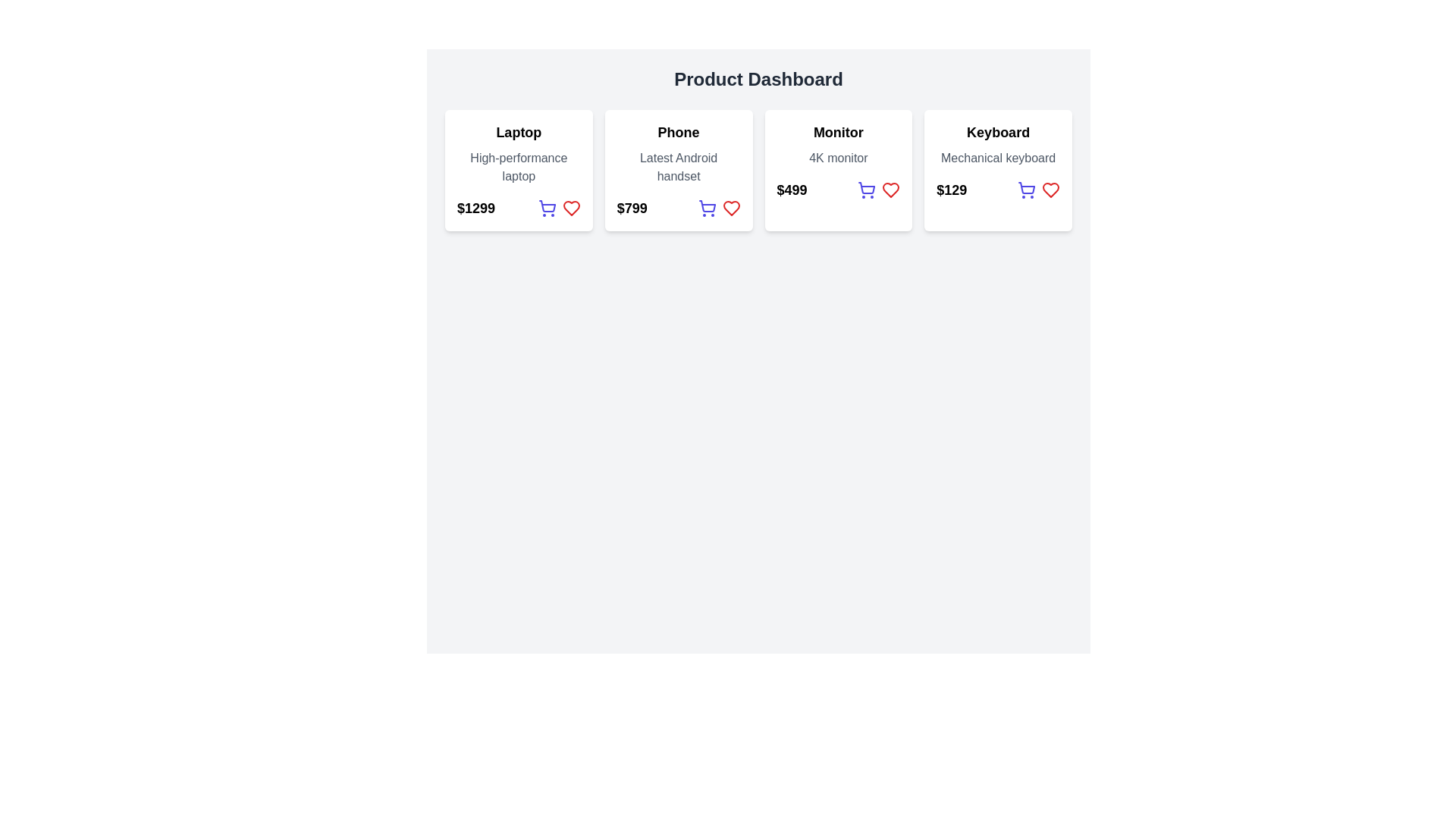 This screenshot has width=1456, height=819. I want to click on the heart icon representing the favorite function in the Phone product card, so click(731, 208).